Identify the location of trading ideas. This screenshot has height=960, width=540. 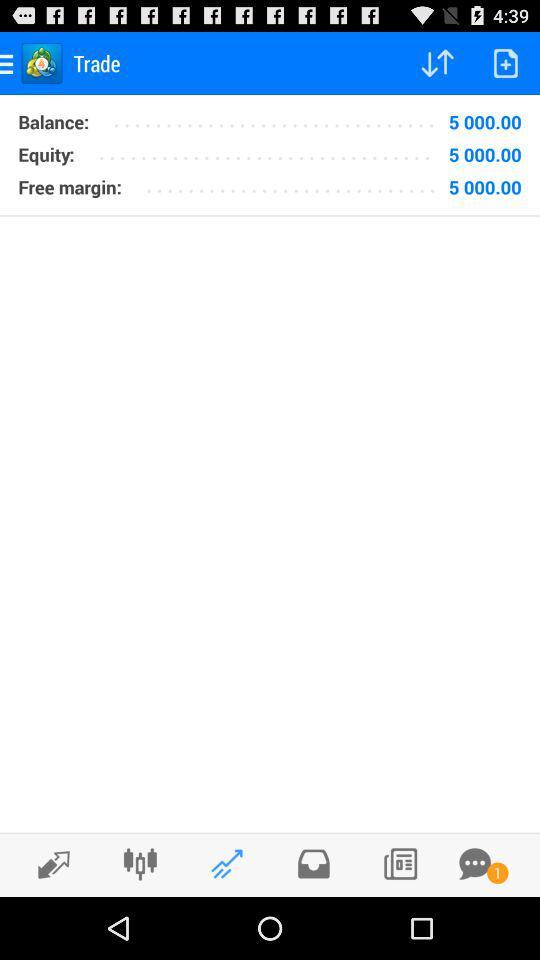
(226, 863).